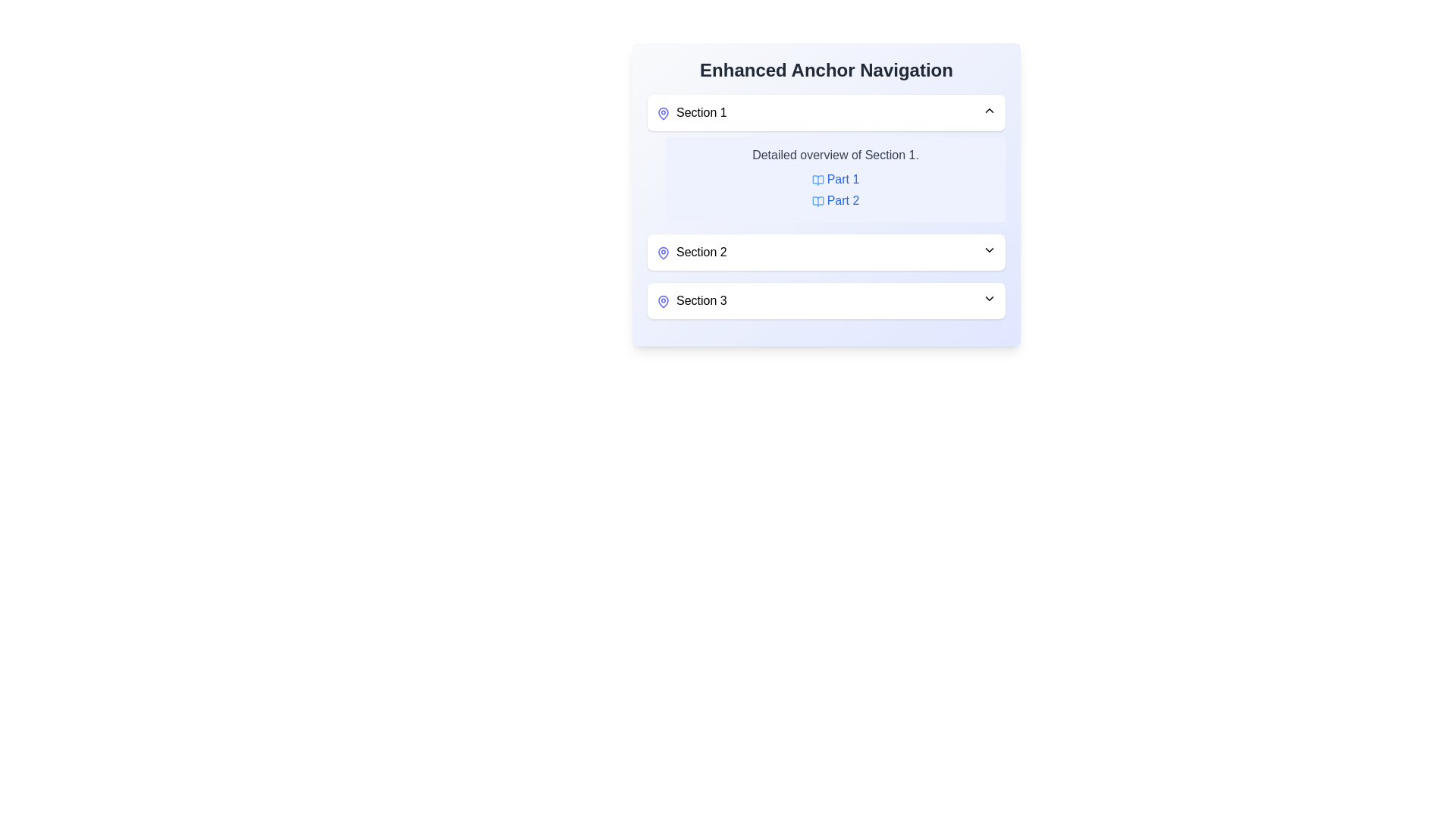  Describe the element at coordinates (817, 179) in the screenshot. I see `open book icon located immediately to the left of the text 'Part 1' in 'Section 1'` at that location.